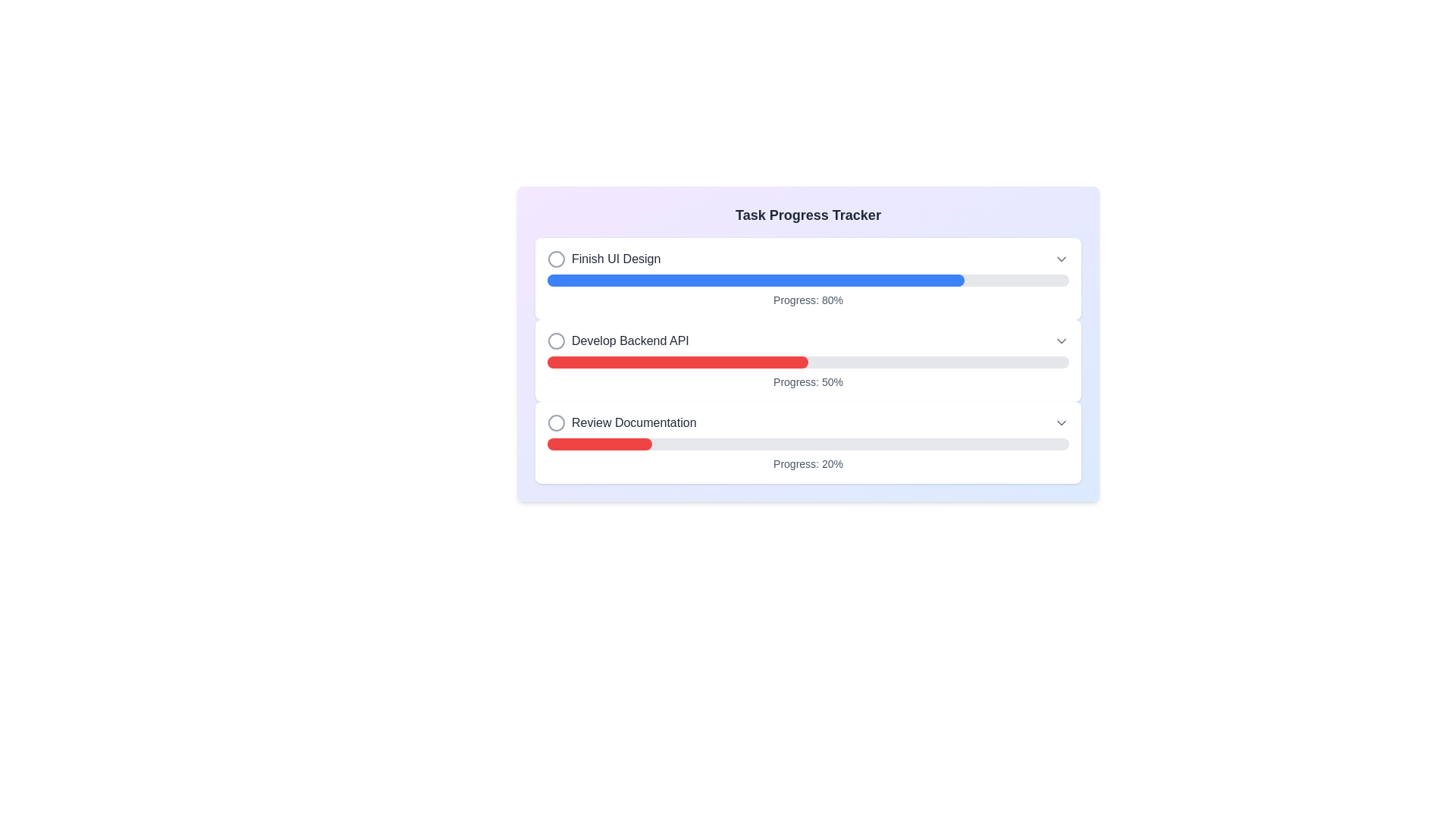  I want to click on text content of the Text Label that identifies the task named 'Develop Backend API' in the progress tracker interface, positioned between 'Finish UI Design' and 'Review Documentation', so click(618, 341).